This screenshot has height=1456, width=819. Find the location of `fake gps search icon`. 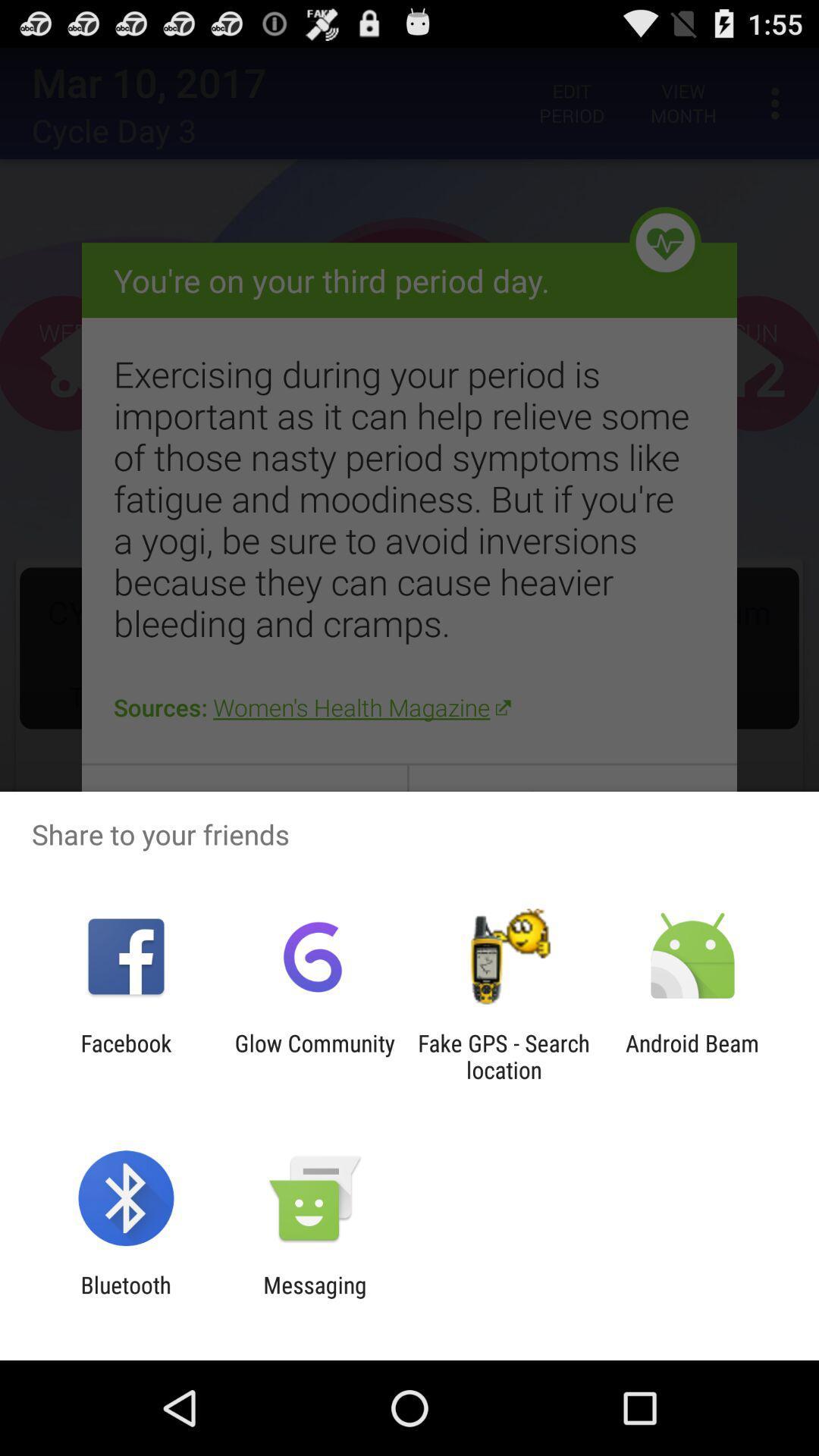

fake gps search icon is located at coordinates (504, 1056).